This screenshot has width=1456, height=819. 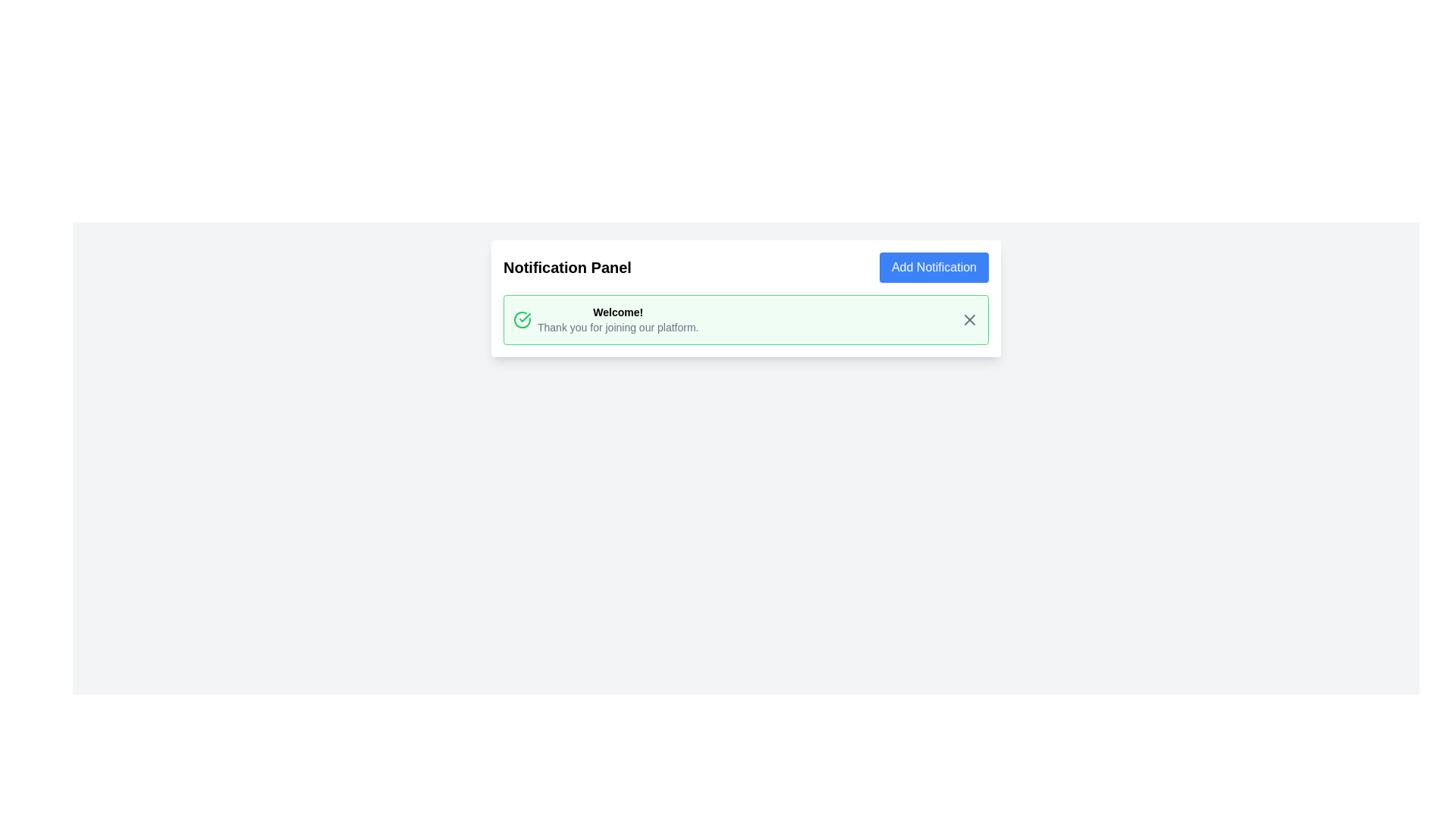 I want to click on the 'Welcome!' notification text or the accompanying green checkmark icon for additional effects, so click(x=605, y=318).